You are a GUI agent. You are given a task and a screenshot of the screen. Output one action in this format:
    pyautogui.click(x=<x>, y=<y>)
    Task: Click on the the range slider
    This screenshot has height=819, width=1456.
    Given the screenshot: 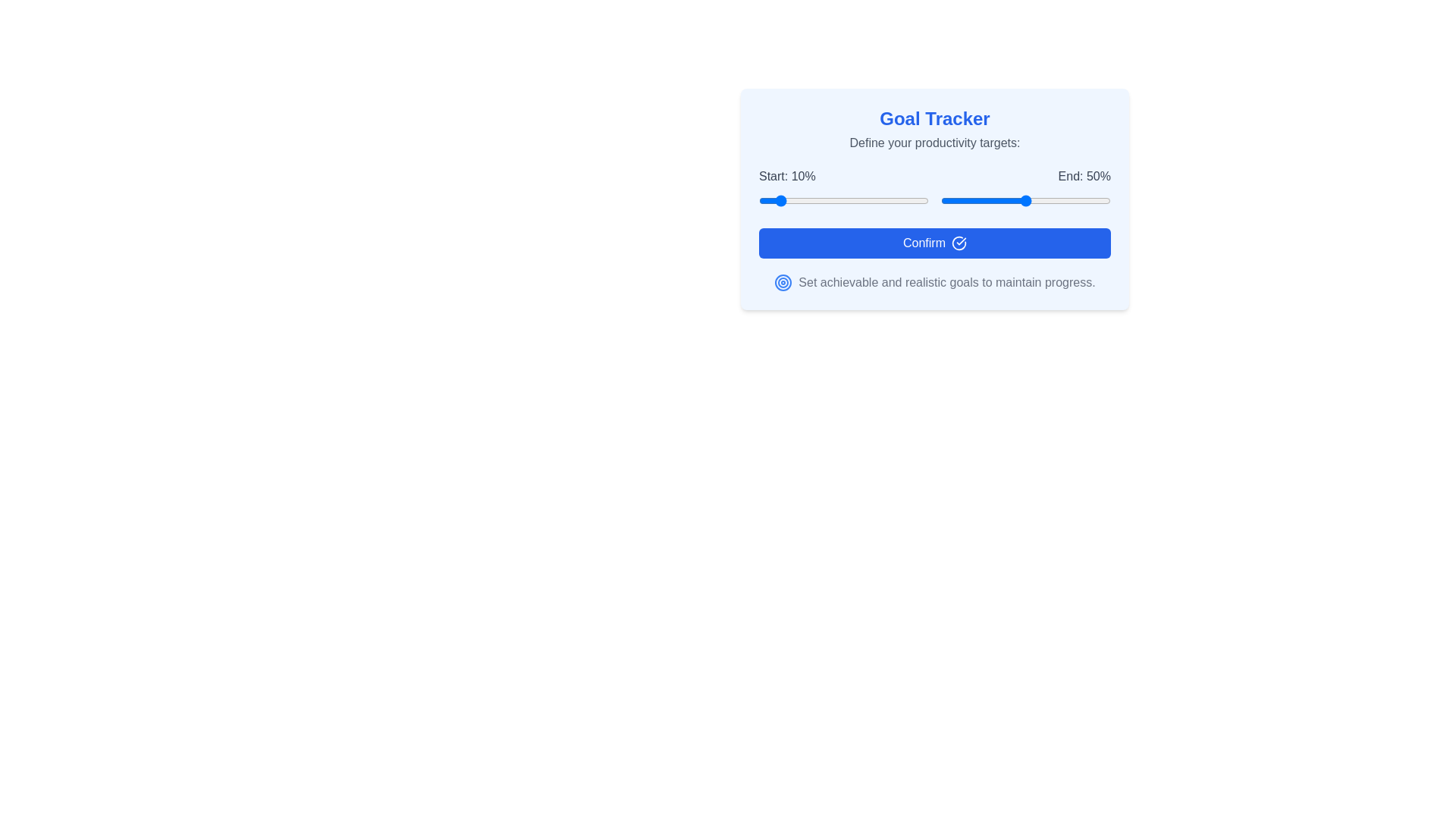 What is the action you would take?
    pyautogui.click(x=934, y=185)
    